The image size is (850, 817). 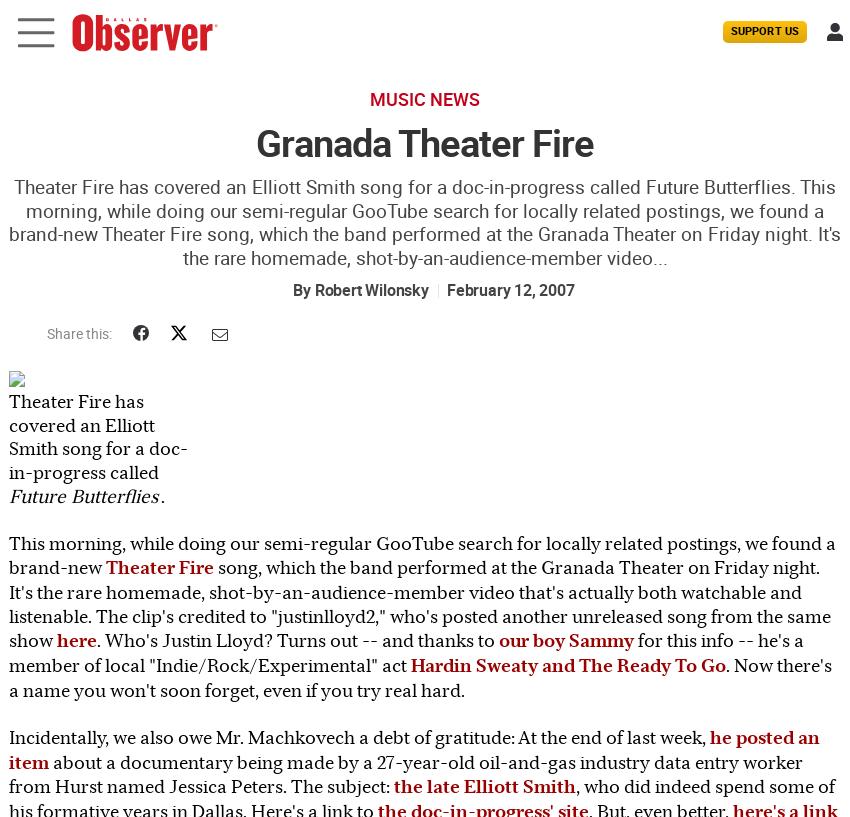 What do you see at coordinates (425, 100) in the screenshot?
I see `'Music News'` at bounding box center [425, 100].